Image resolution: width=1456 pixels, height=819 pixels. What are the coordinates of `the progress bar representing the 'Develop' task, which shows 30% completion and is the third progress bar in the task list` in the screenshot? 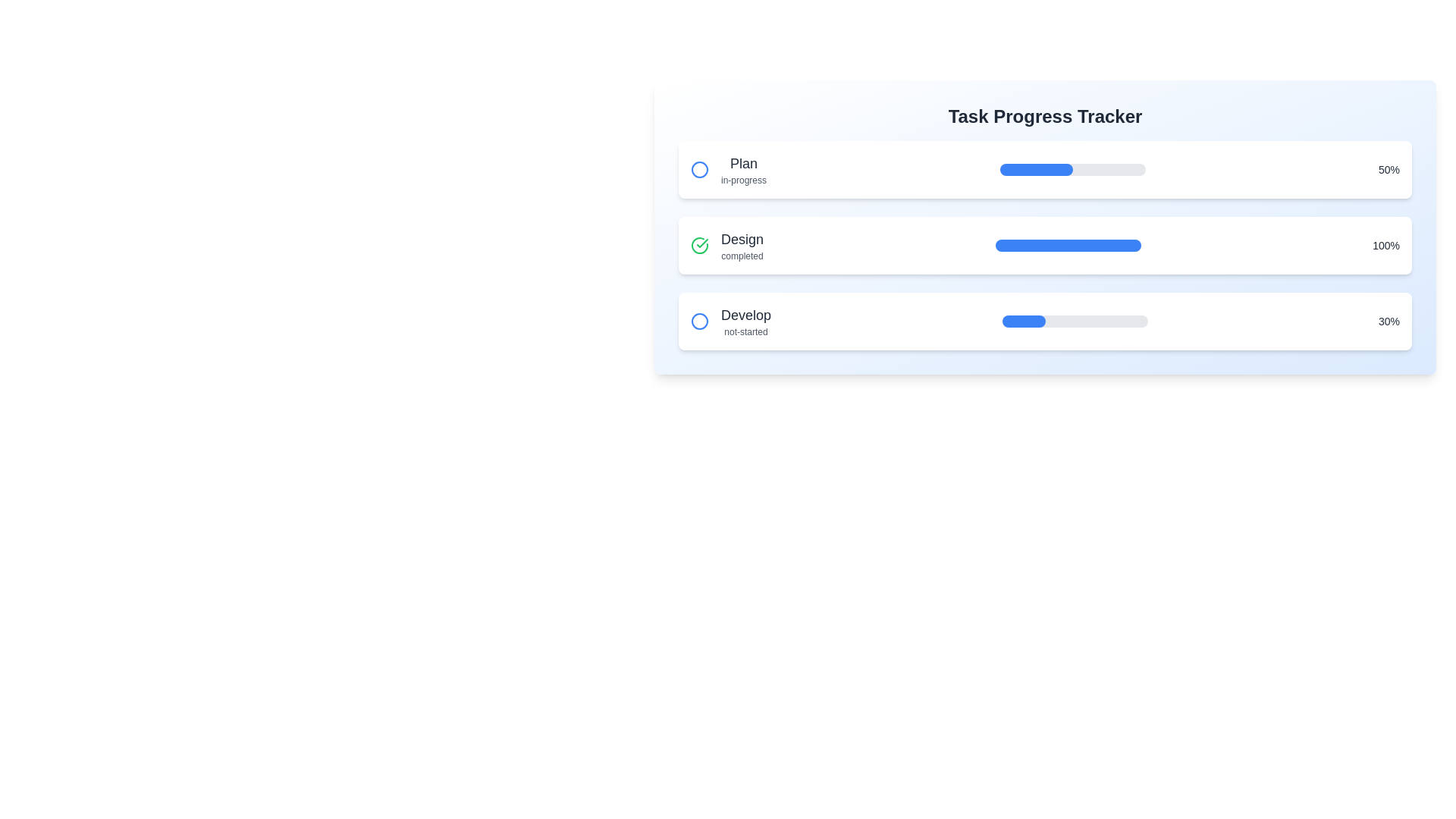 It's located at (1074, 321).